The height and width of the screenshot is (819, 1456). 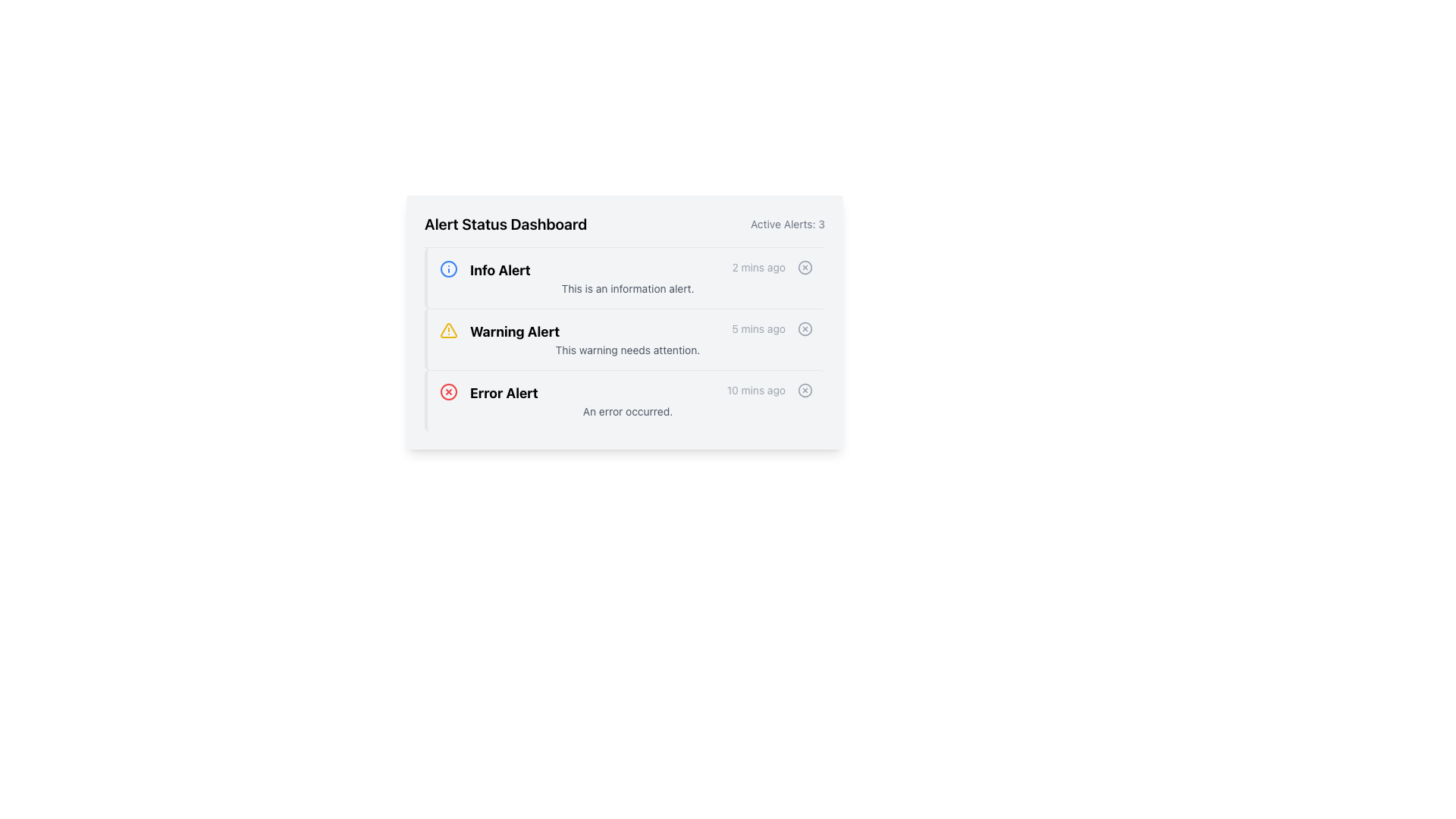 I want to click on styling of the 'Warning Alert' label, which is displayed in bold, large font within the first notification panel of the second notification block, so click(x=515, y=331).